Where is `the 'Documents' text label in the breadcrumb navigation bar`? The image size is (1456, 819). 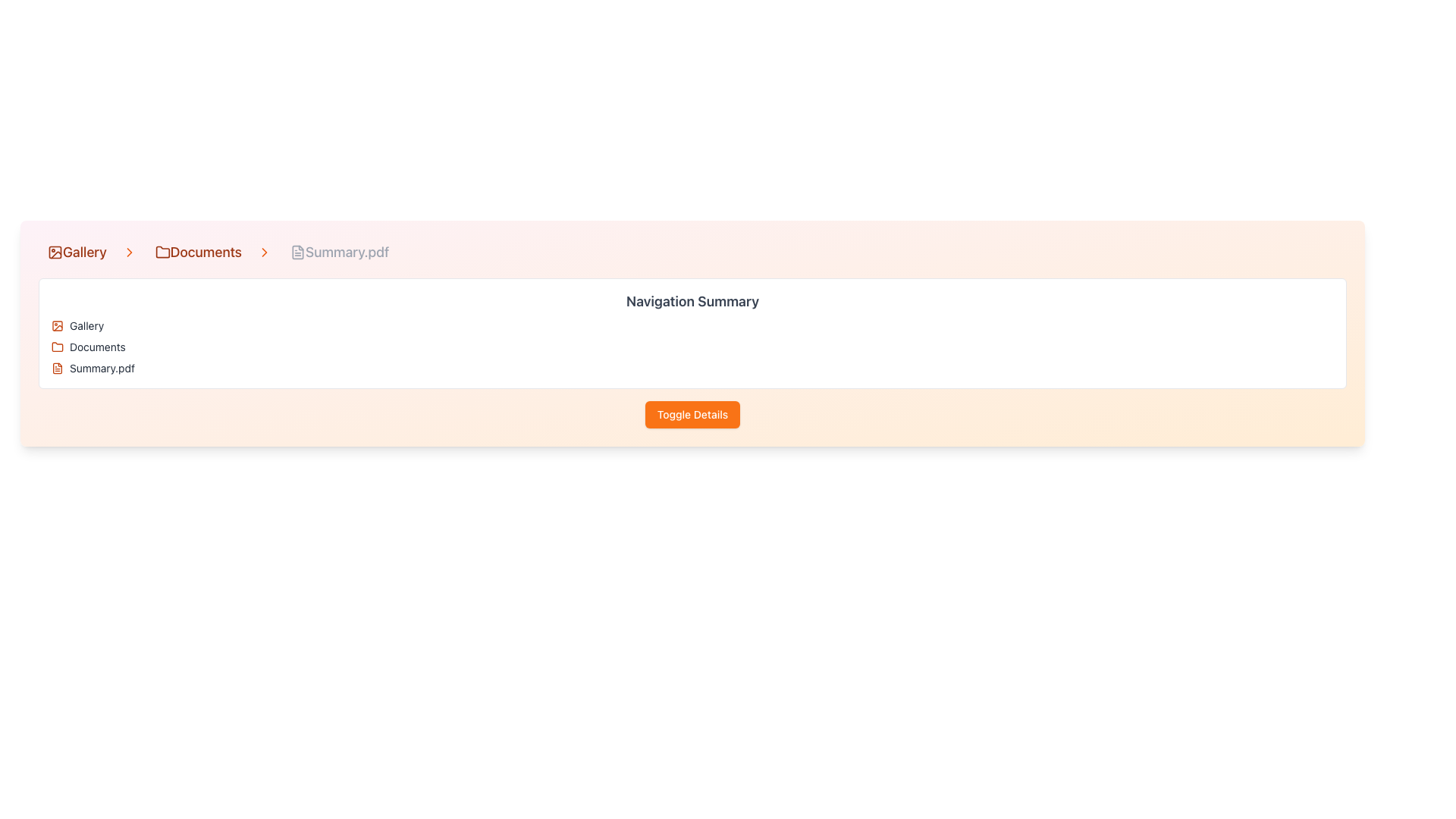
the 'Documents' text label in the breadcrumb navigation bar is located at coordinates (205, 251).